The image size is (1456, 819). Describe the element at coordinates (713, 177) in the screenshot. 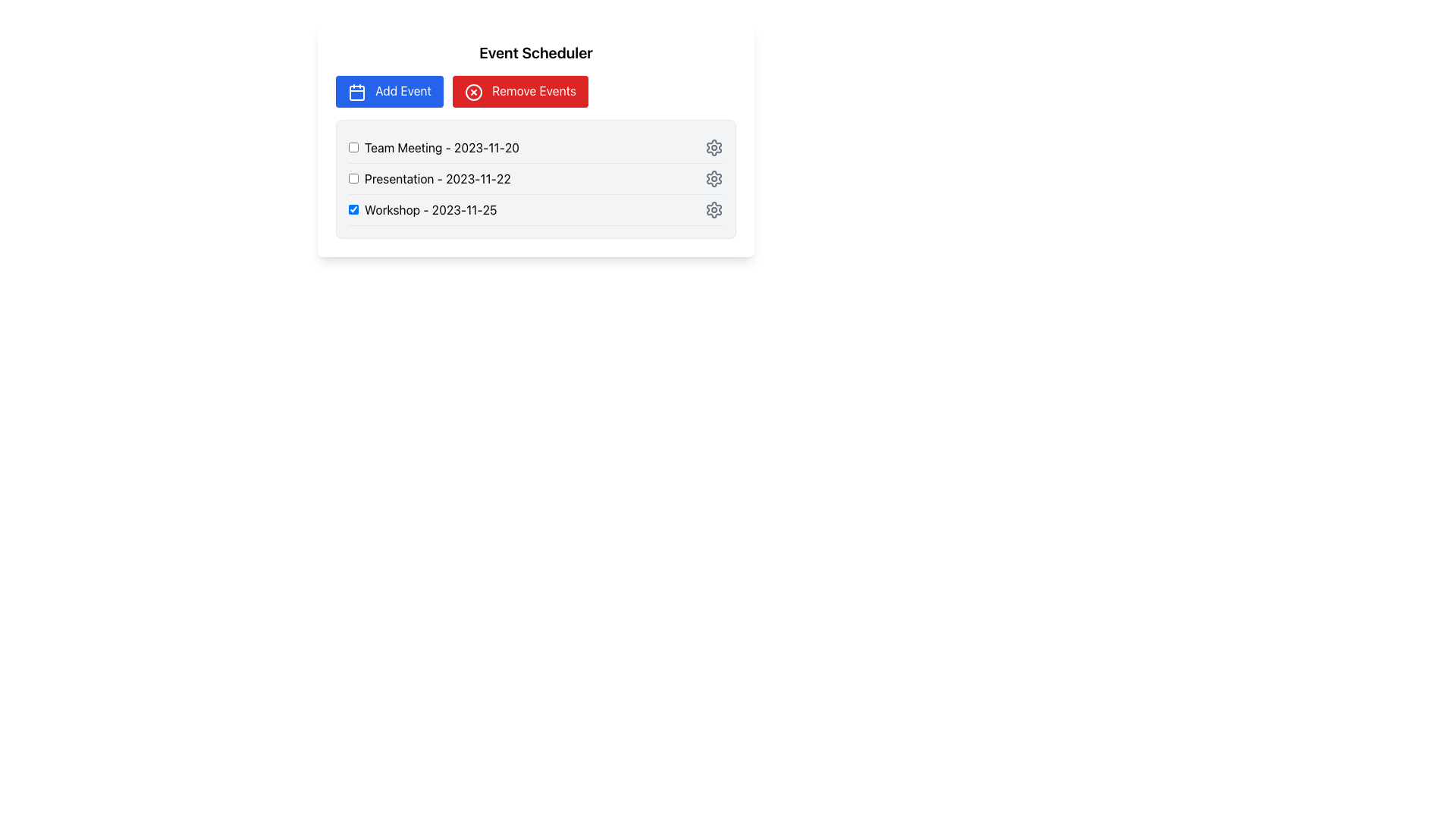

I see `the outer structure of the settings gear icon located to the right of the item titled 'Presentation - 2023-11-22' in the settings panel` at that location.